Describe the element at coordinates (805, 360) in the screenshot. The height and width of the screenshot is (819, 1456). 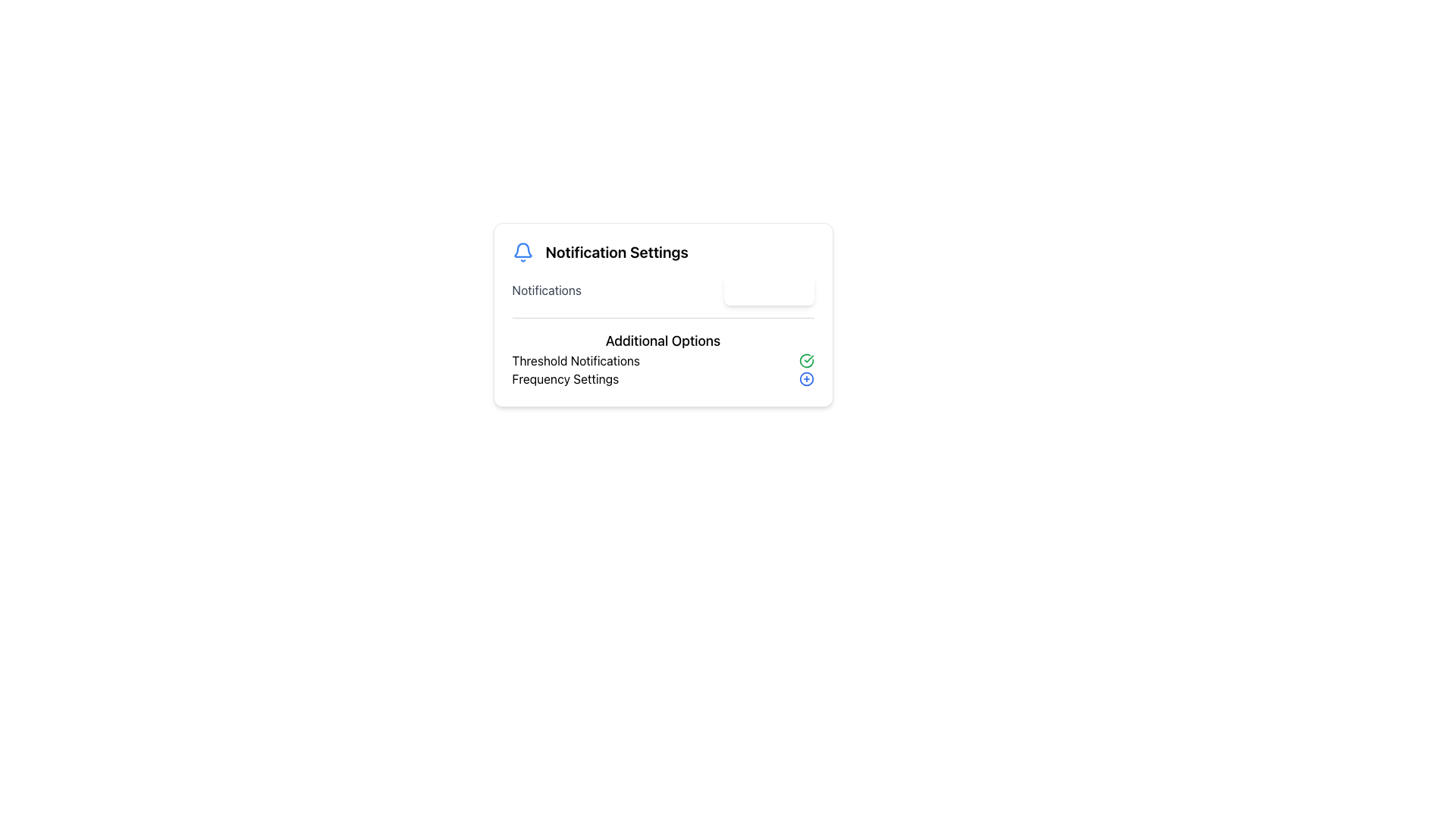
I see `the checkmark SVG icon` at that location.